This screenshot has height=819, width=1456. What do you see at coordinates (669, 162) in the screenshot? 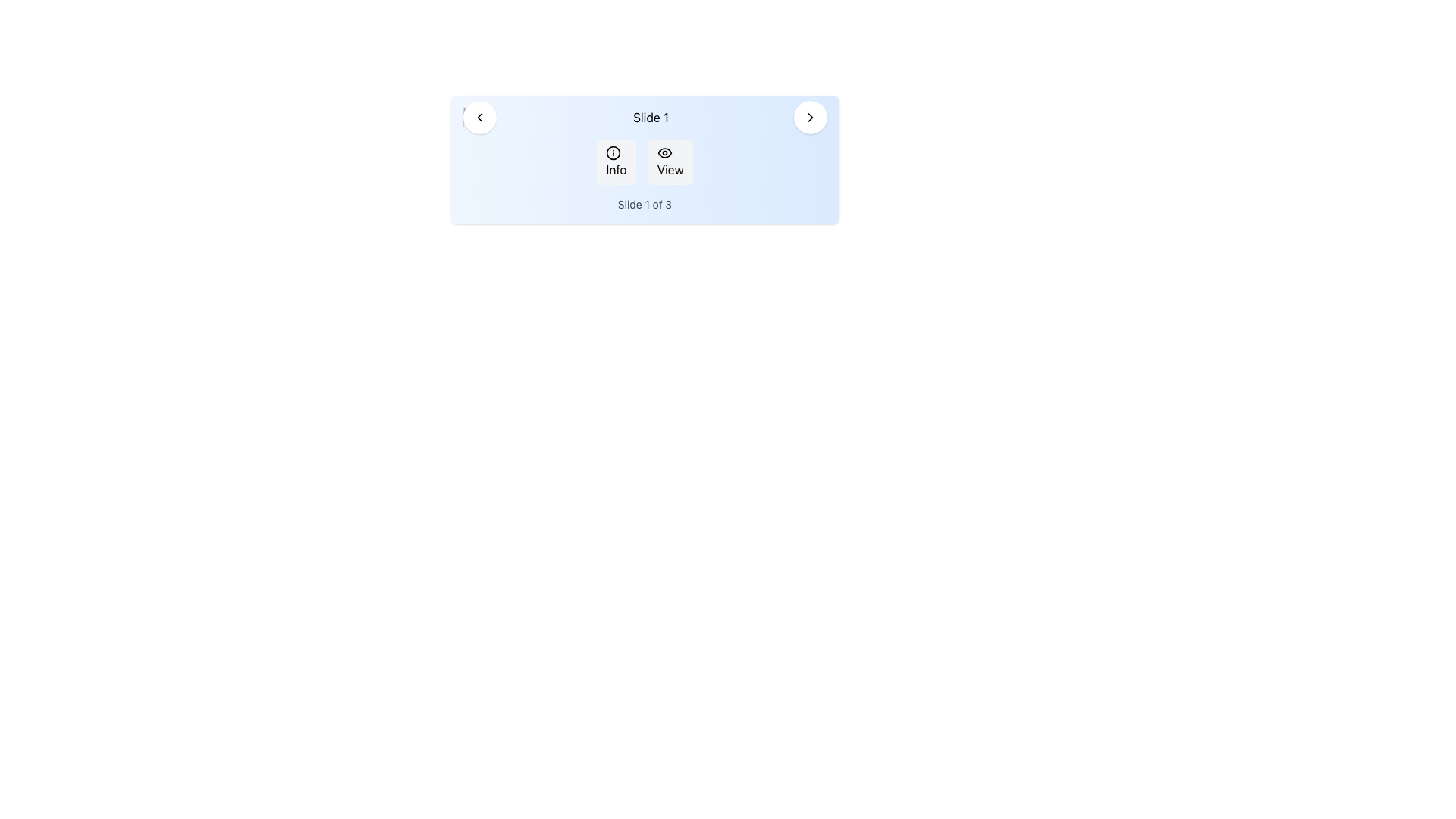
I see `the 'View' button, which has a soft gray background, rounded corners, and contains an eye icon followed by the text 'View'. It is the second button in a horizontal layout next to the 'Info' button` at bounding box center [669, 162].